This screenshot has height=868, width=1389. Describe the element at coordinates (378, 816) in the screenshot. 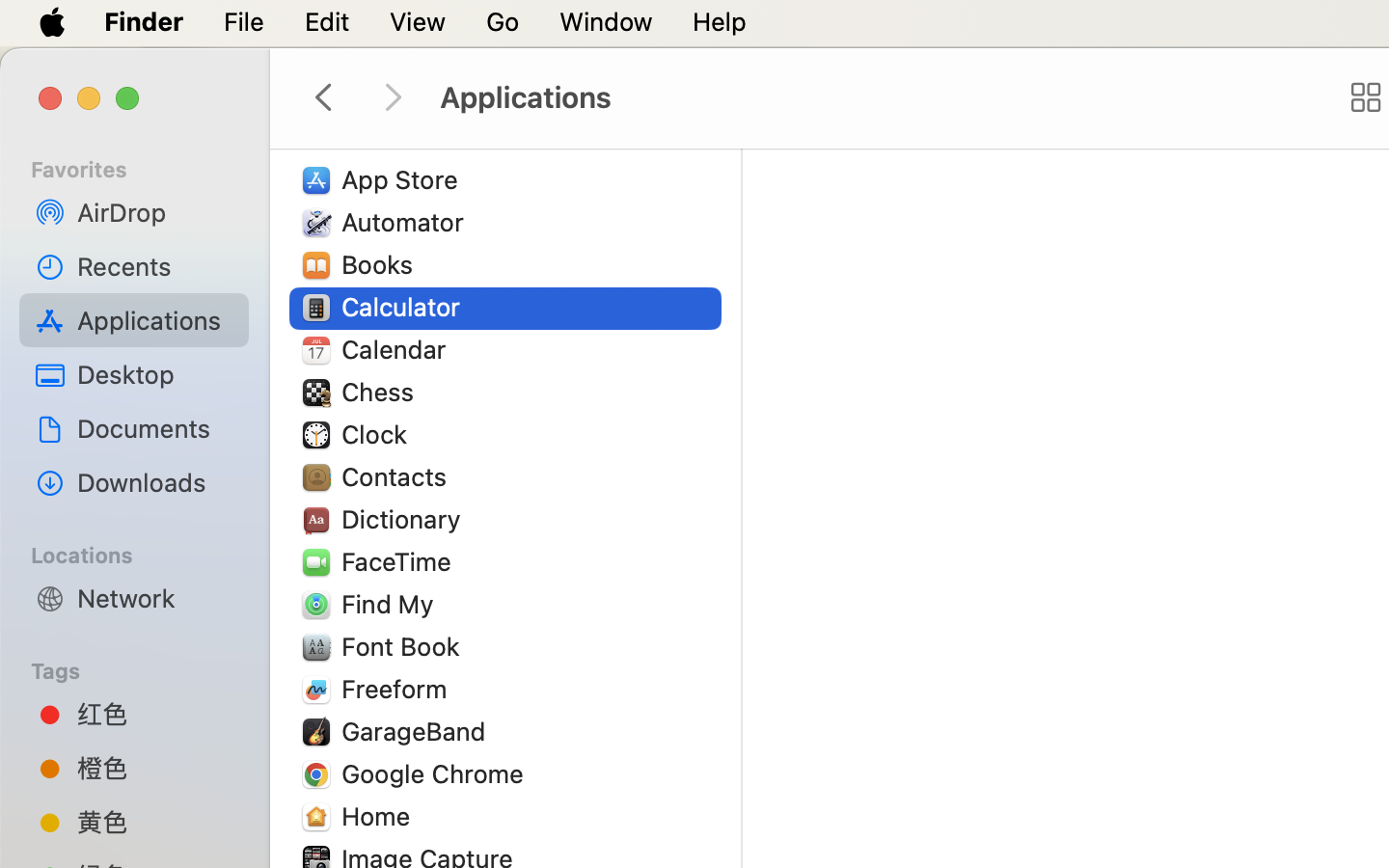

I see `'Home'` at that location.